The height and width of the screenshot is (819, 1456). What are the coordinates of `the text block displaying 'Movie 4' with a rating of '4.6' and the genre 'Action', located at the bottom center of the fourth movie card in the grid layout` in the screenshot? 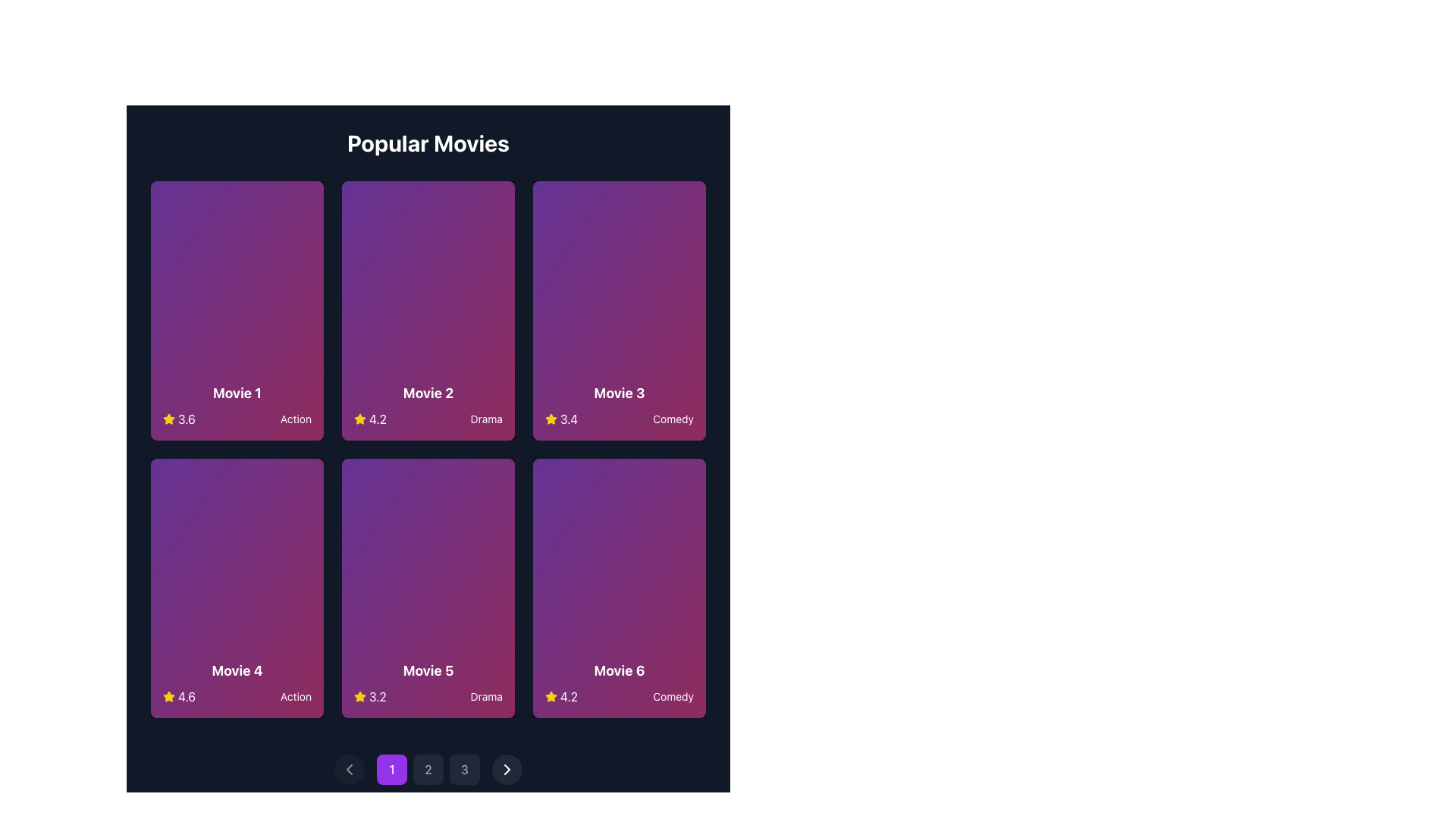 It's located at (236, 683).